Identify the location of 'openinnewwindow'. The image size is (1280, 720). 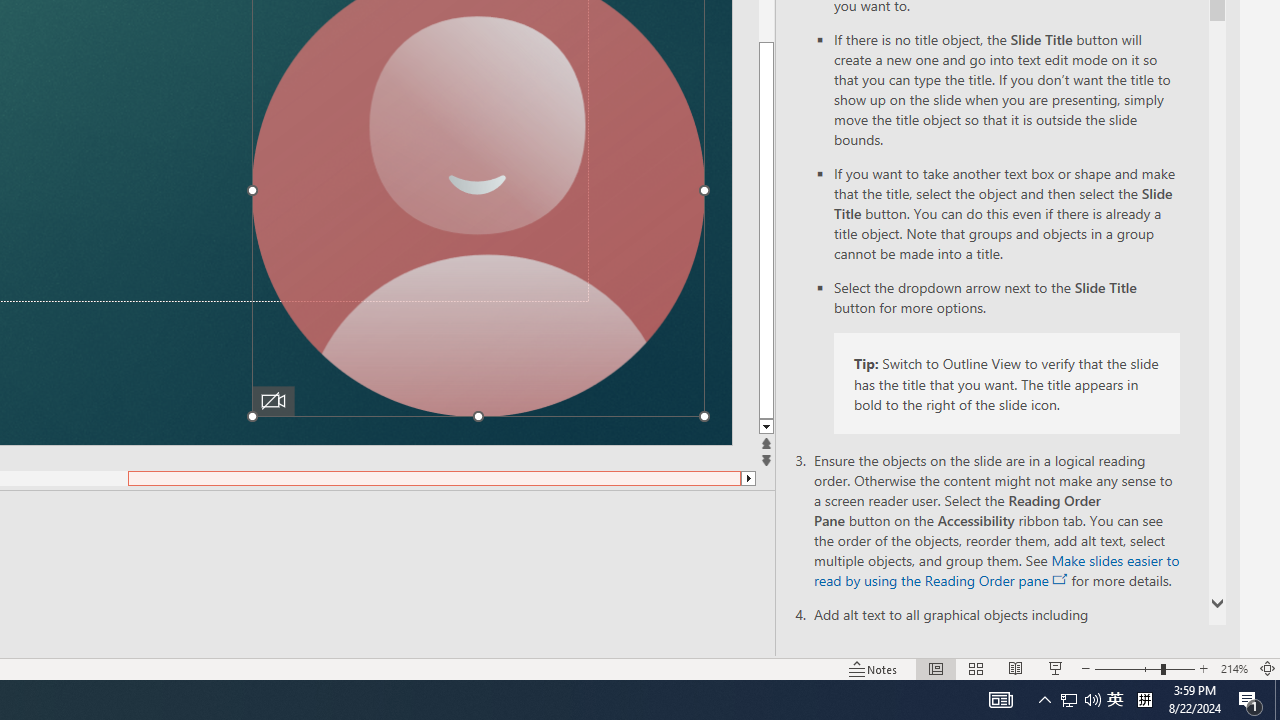
(1059, 579).